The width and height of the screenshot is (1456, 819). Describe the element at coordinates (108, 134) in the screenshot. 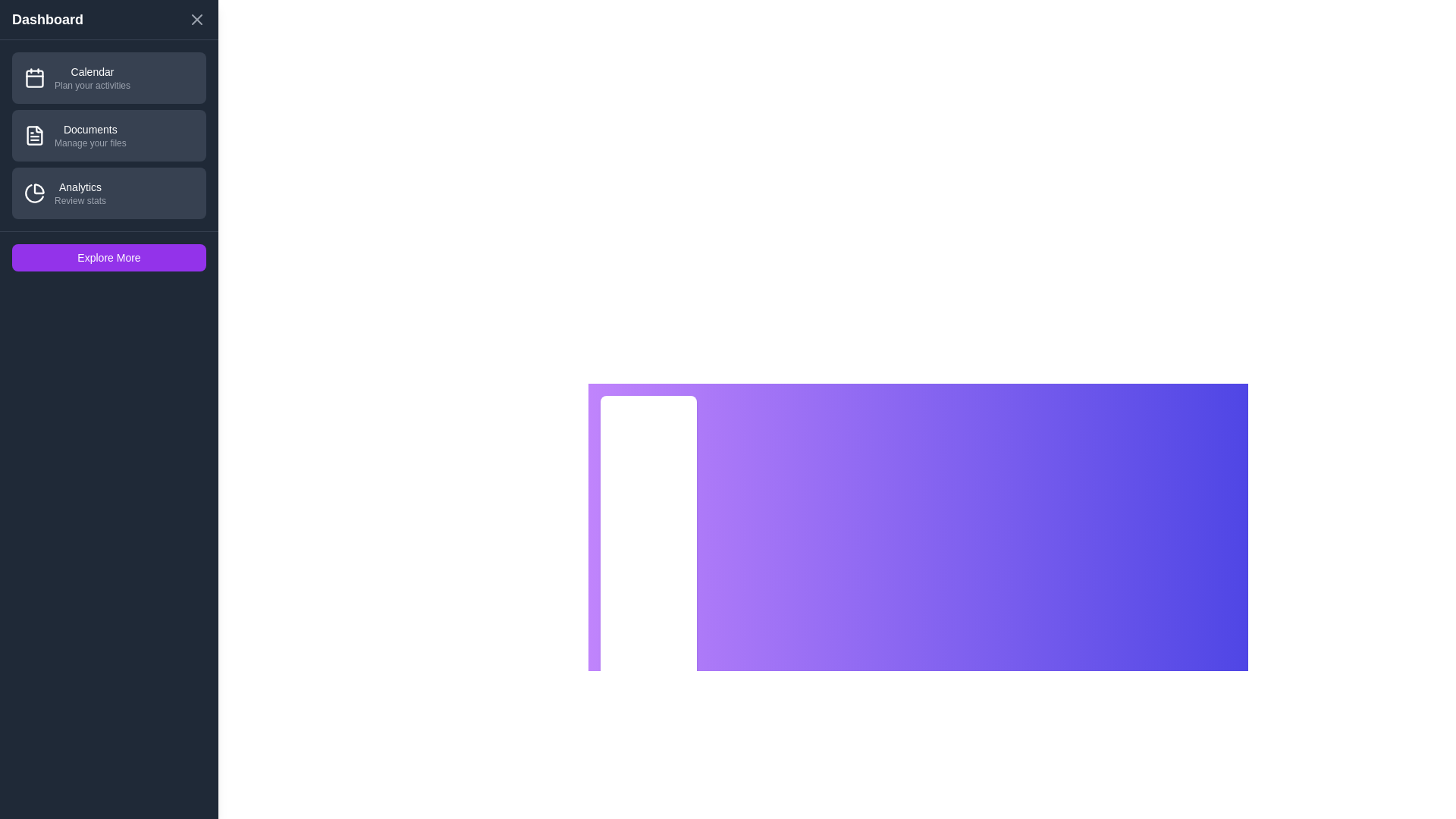

I see `the section Documents by clicking on its list item` at that location.